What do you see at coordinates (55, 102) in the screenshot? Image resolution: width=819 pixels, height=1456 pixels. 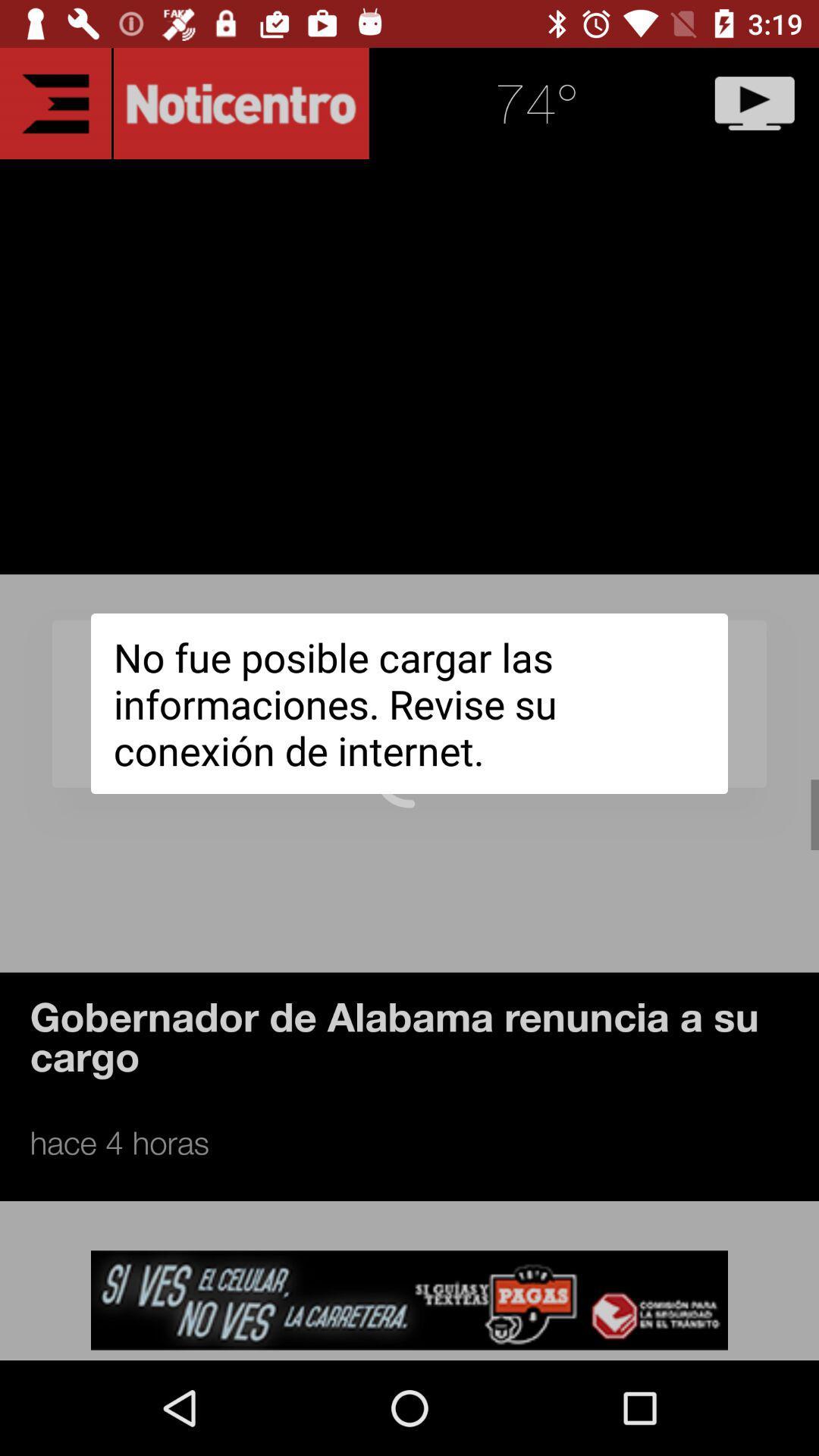 I see `the menu icon` at bounding box center [55, 102].